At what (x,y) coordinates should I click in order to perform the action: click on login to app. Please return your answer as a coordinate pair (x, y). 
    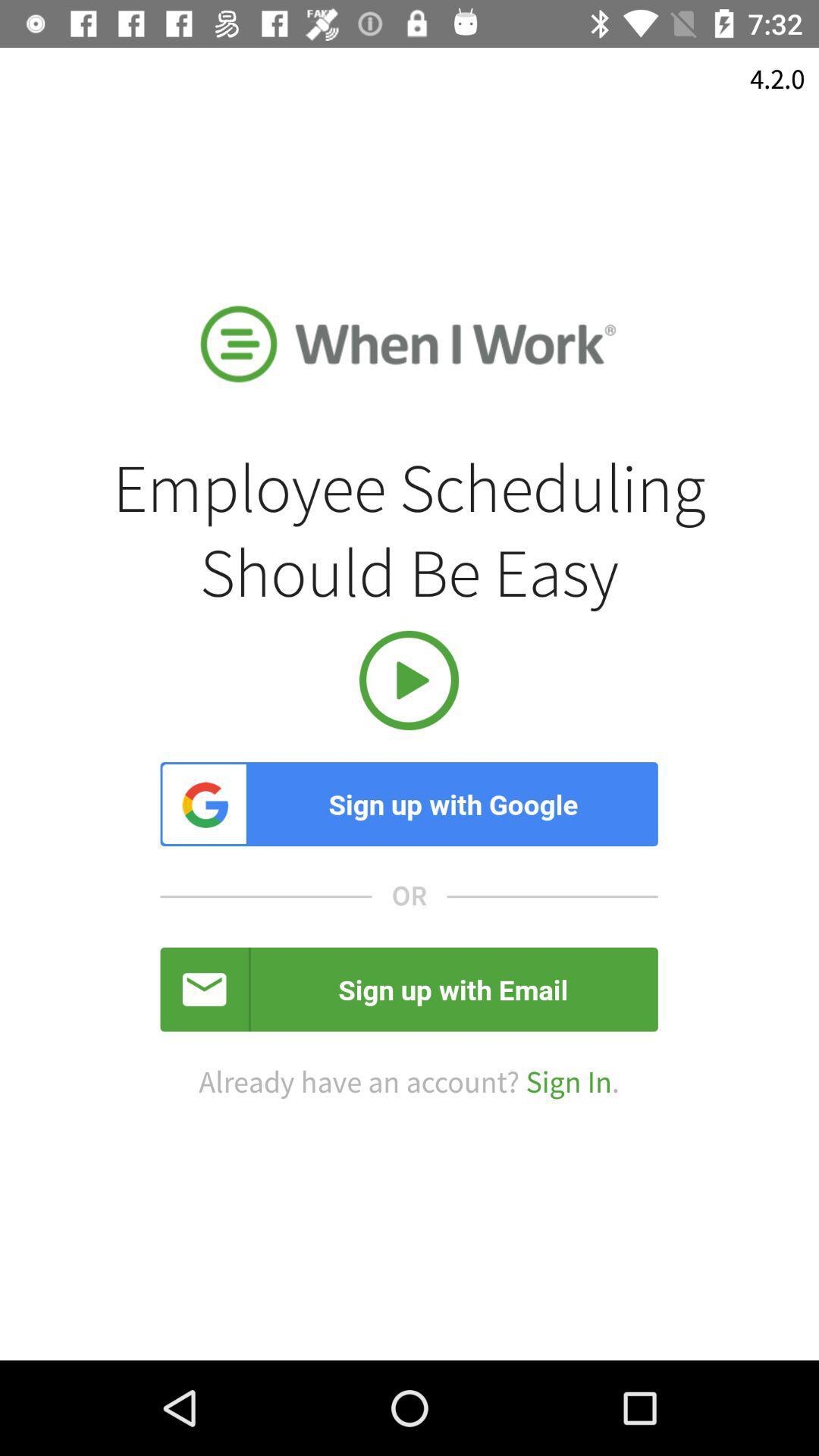
    Looking at the image, I should click on (408, 679).